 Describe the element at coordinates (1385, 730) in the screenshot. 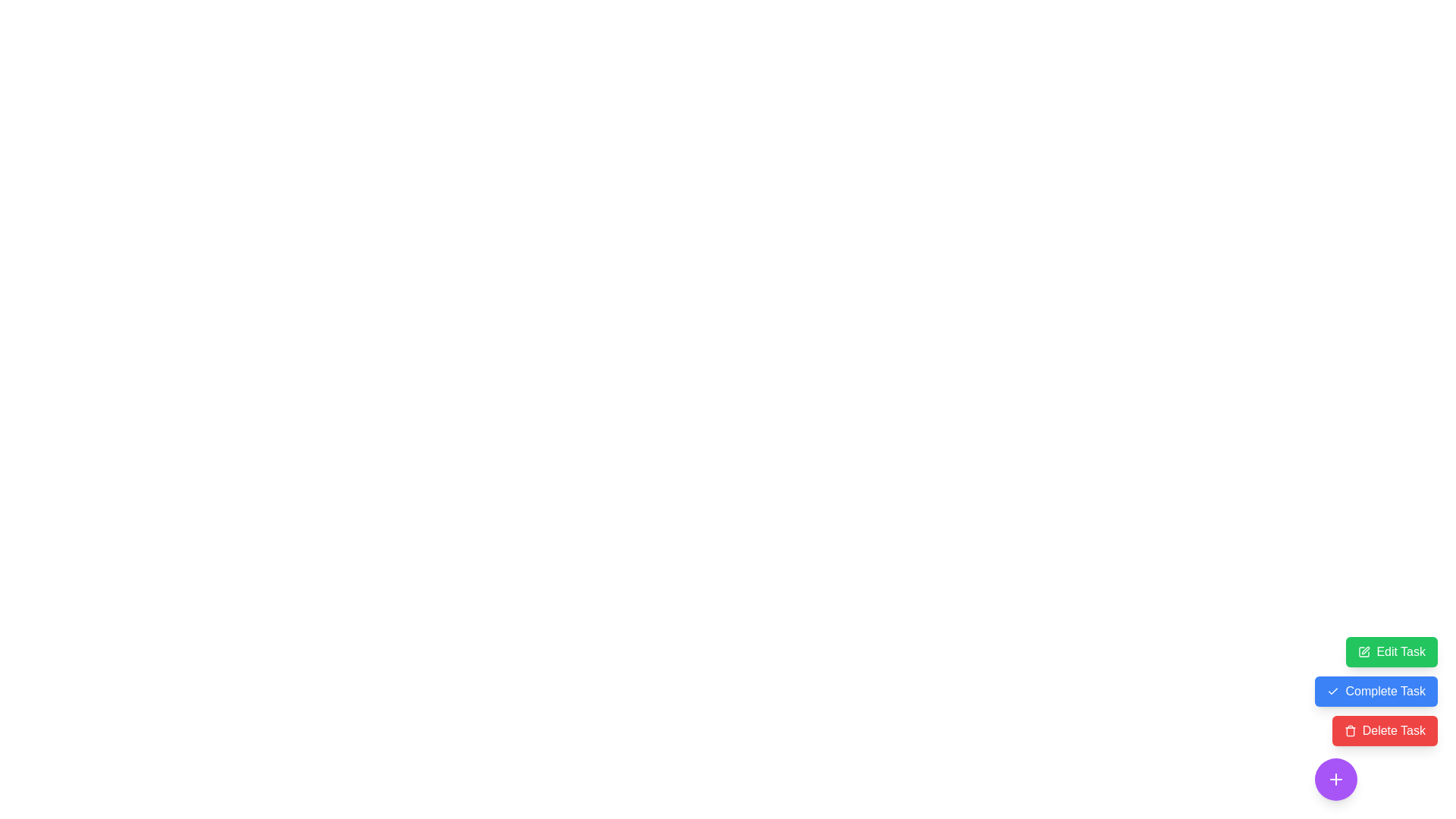

I see `the 'Delete Task' button, which is a rectangular button with a red background and white text, located at the bottom of a stack of buttons near the bottom right corner of the interface` at that location.